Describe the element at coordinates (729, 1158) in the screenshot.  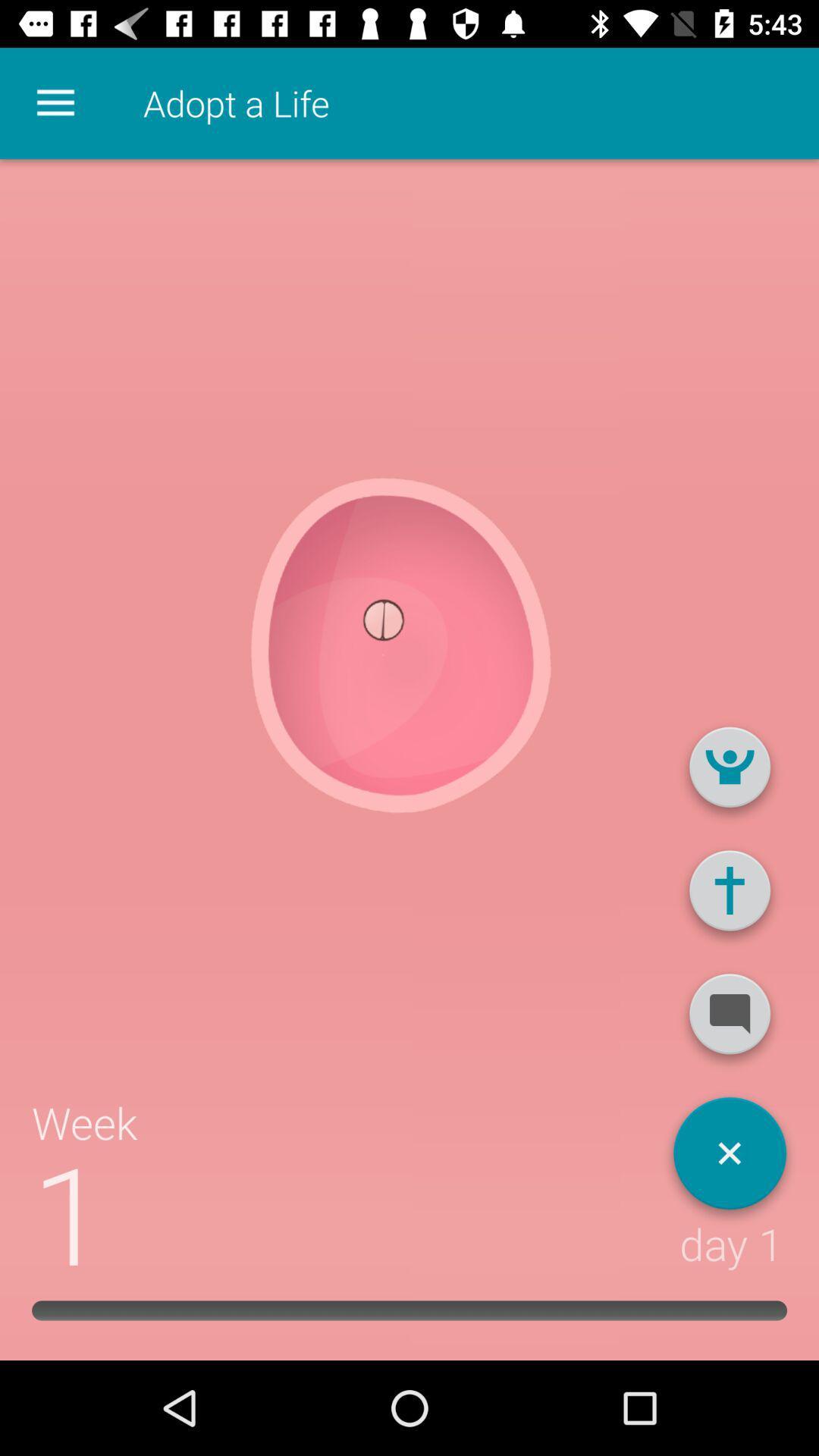
I see `close` at that location.